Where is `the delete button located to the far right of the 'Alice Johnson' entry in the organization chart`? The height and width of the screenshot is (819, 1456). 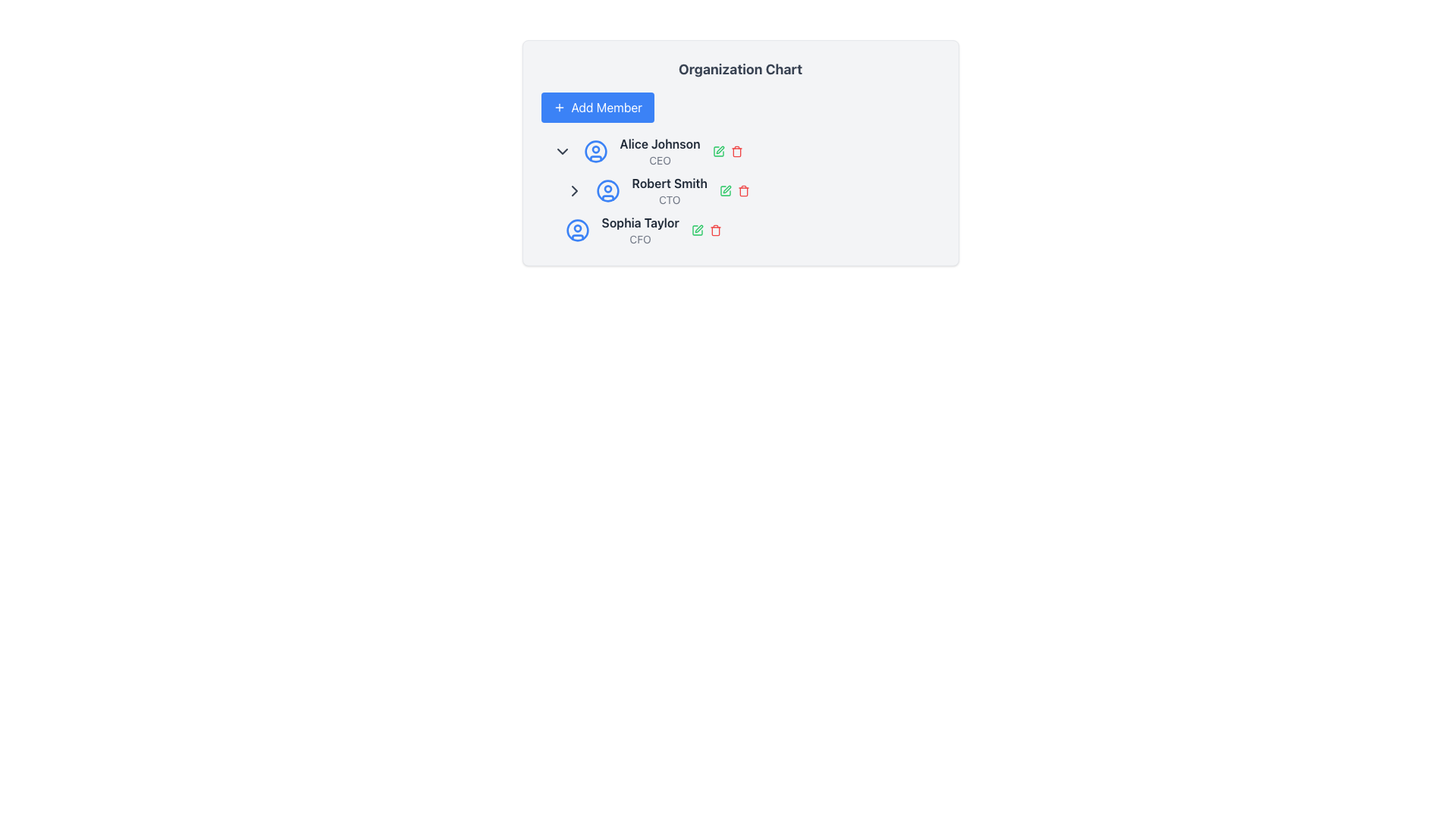 the delete button located to the far right of the 'Alice Johnson' entry in the organization chart is located at coordinates (736, 152).